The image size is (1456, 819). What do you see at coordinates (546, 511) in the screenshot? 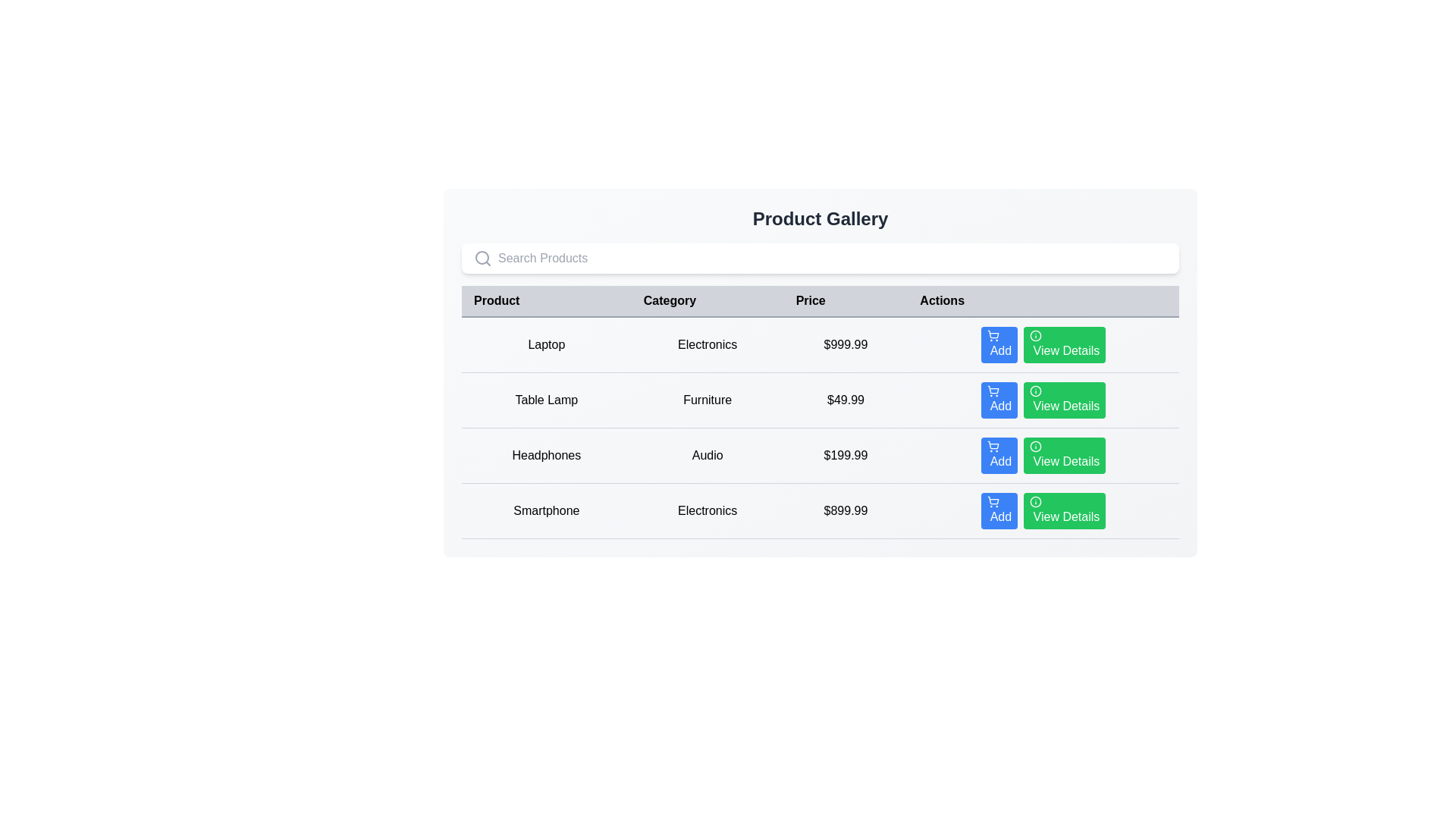
I see `the 'Smartphone' label, which is a text label styled with center alignment located in the first column under the 'Product' header in the fourth row of a tabular list` at bounding box center [546, 511].